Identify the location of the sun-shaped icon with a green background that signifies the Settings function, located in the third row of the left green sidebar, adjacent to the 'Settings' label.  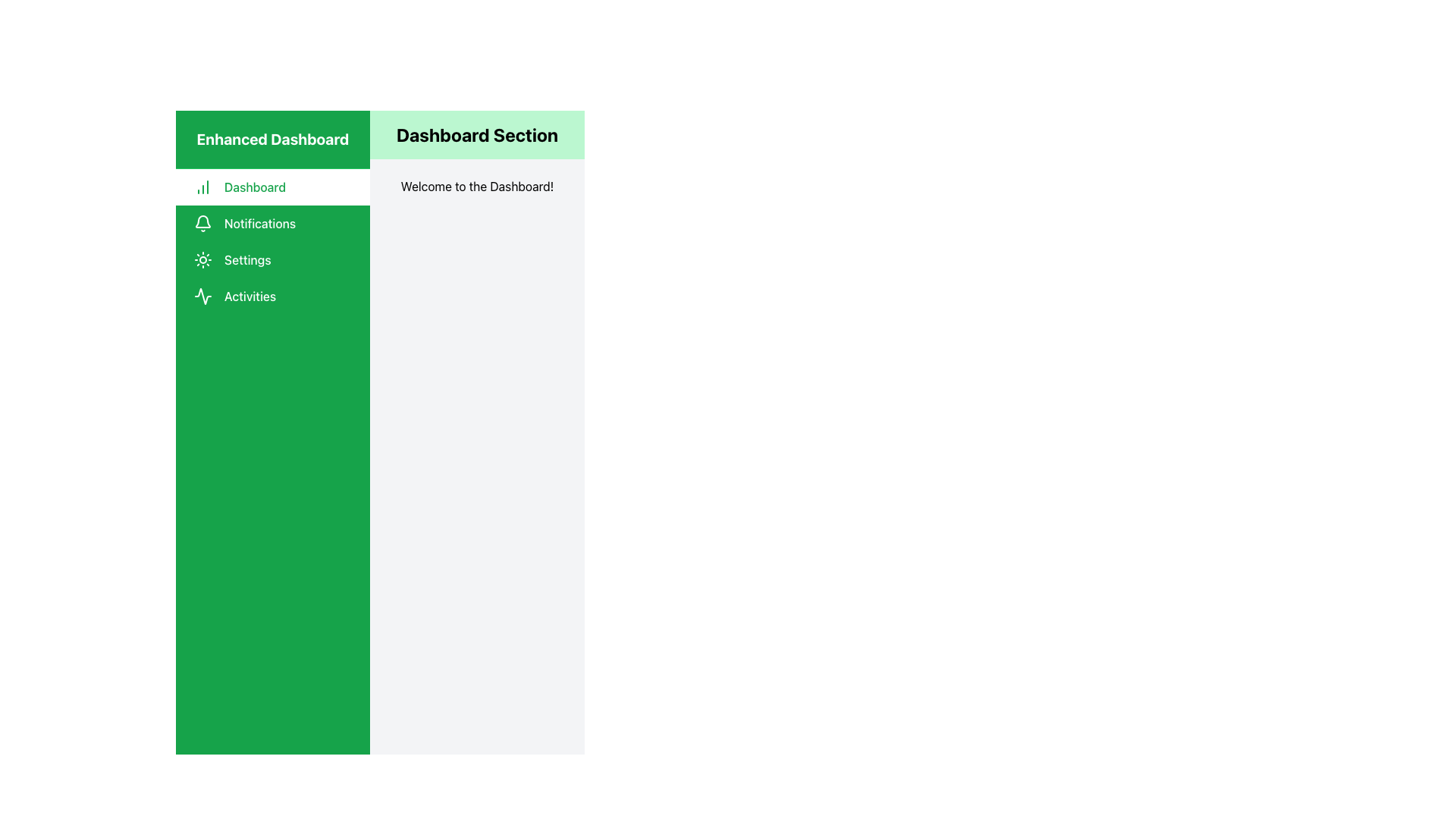
(202, 259).